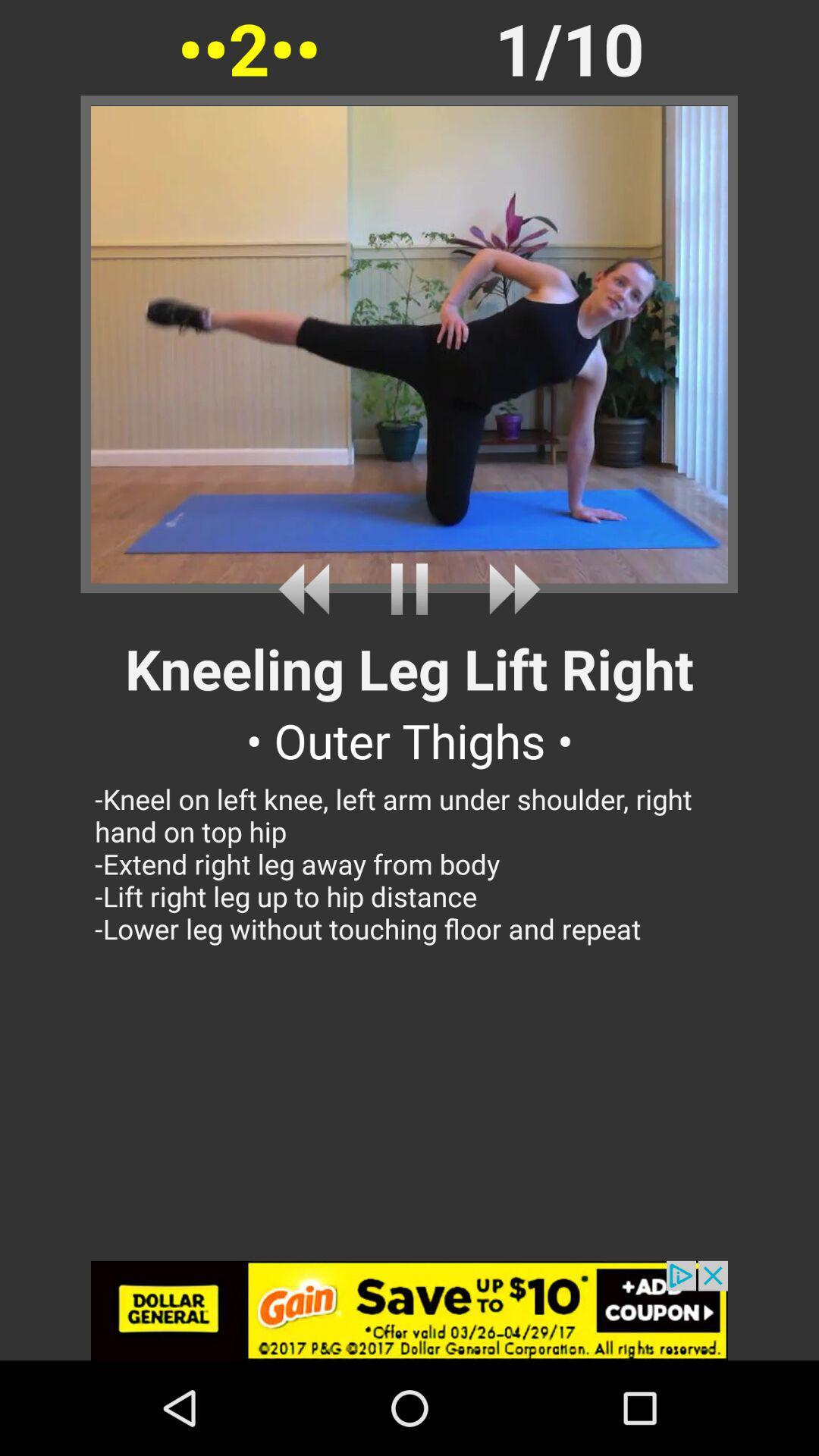  I want to click on pause playback, so click(409, 588).